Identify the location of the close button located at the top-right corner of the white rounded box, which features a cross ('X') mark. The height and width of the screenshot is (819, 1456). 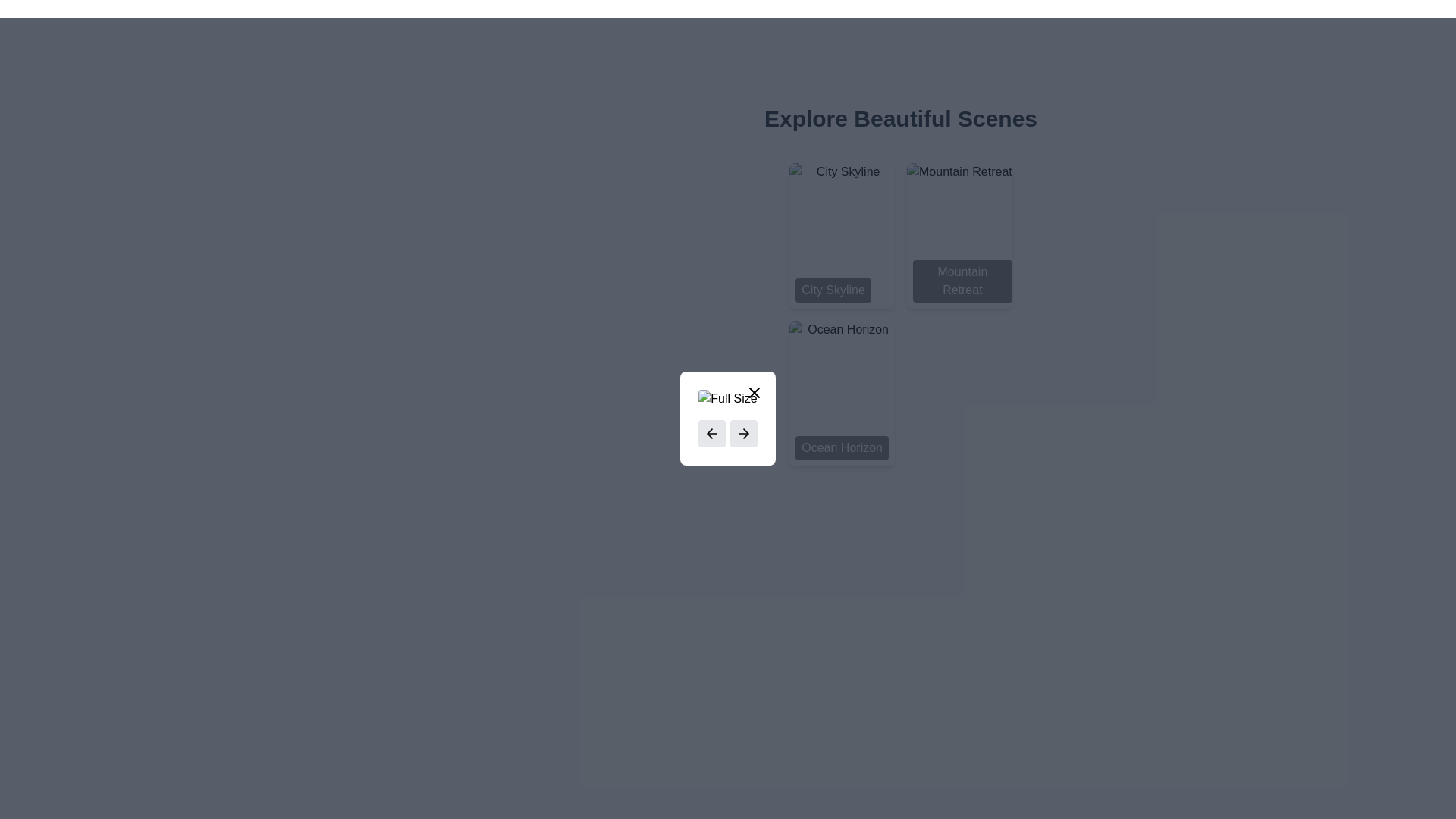
(754, 391).